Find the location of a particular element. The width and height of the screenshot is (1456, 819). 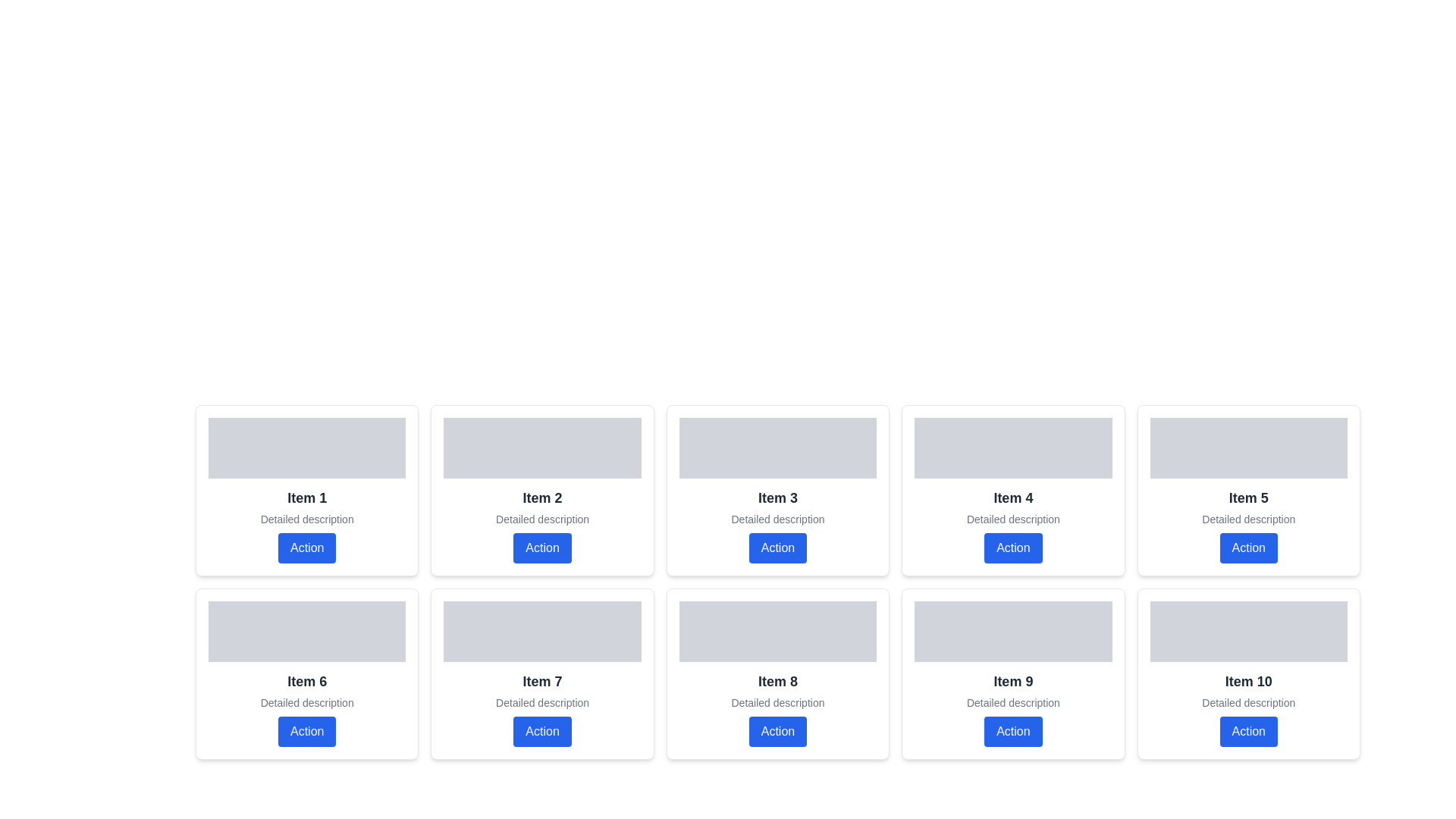

the descriptive Text label located below the title 'Item 5' and above the 'Action' button in the fifth card of the grid layout is located at coordinates (1248, 519).